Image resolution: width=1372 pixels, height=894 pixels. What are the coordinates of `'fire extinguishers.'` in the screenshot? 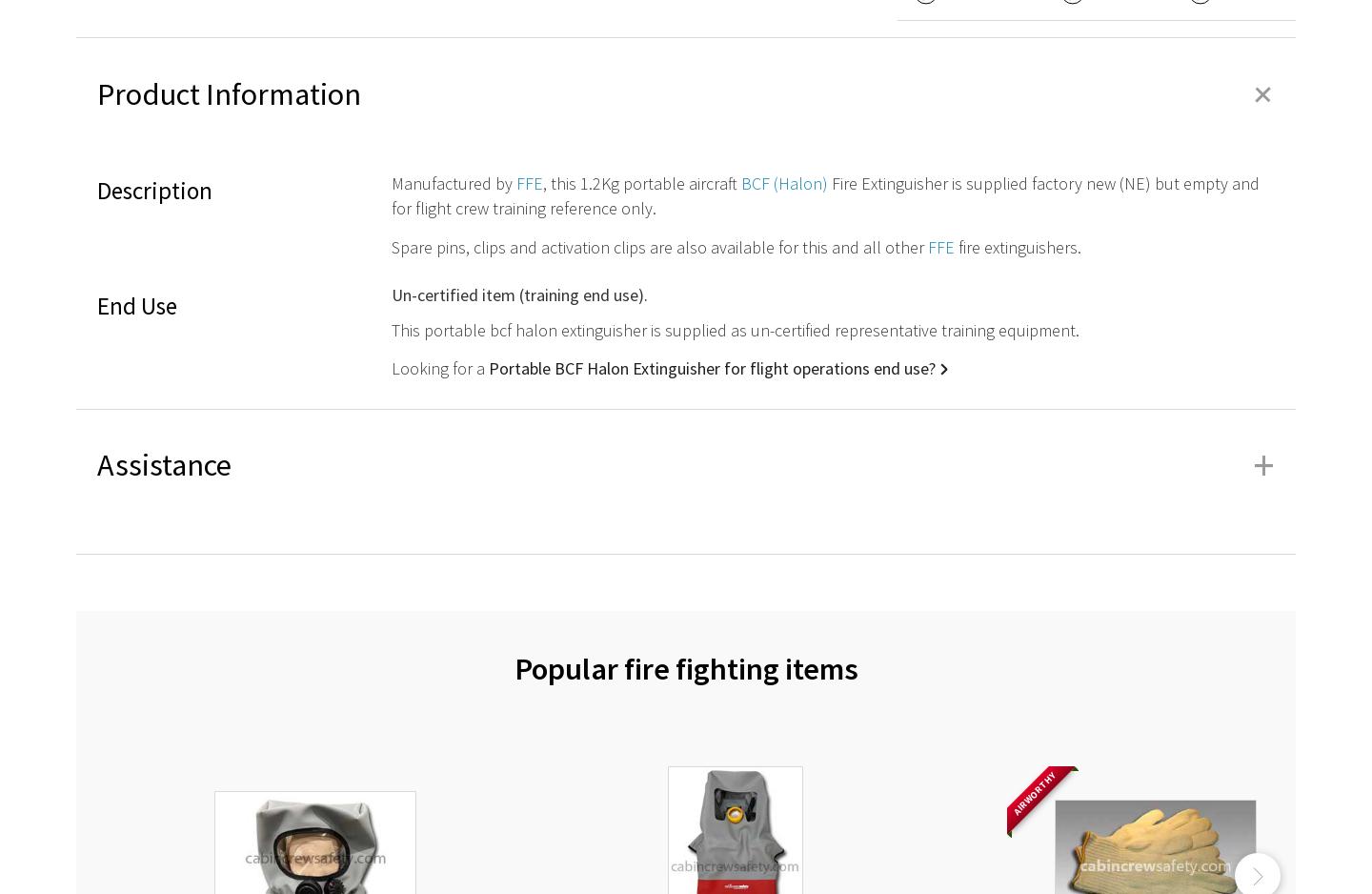 It's located at (1018, 245).